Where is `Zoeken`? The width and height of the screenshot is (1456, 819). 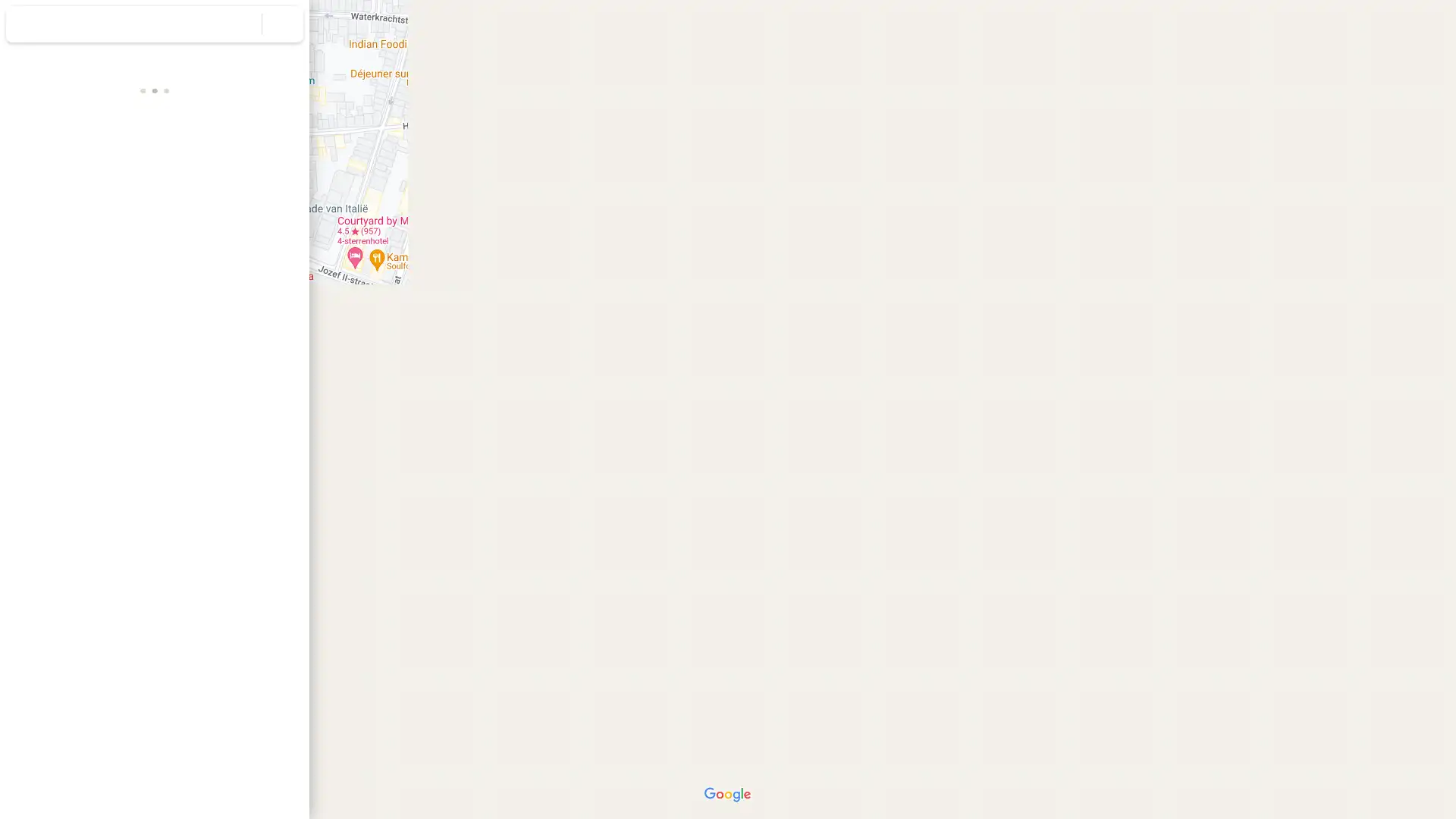
Zoeken is located at coordinates (240, 24).